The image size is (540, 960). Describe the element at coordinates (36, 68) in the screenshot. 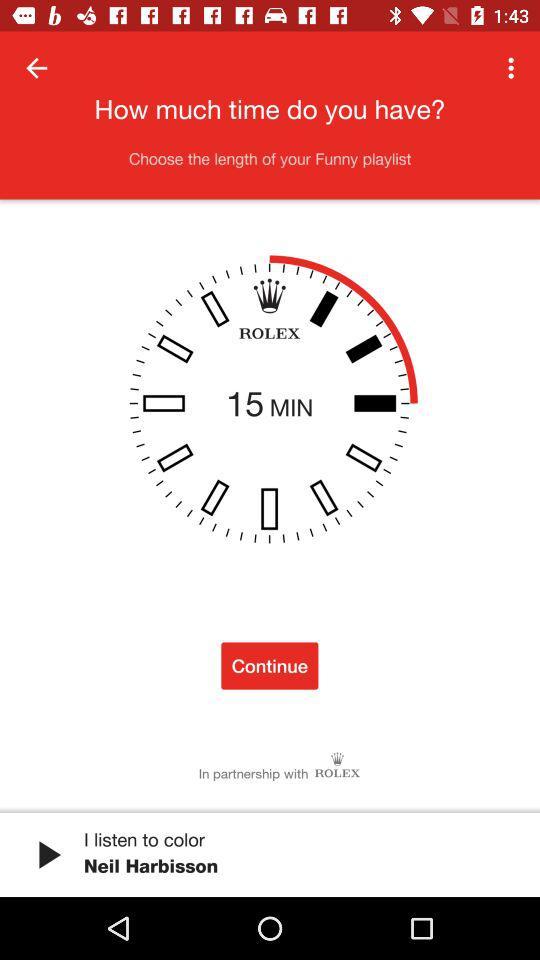

I see `the icon at the top left corner` at that location.